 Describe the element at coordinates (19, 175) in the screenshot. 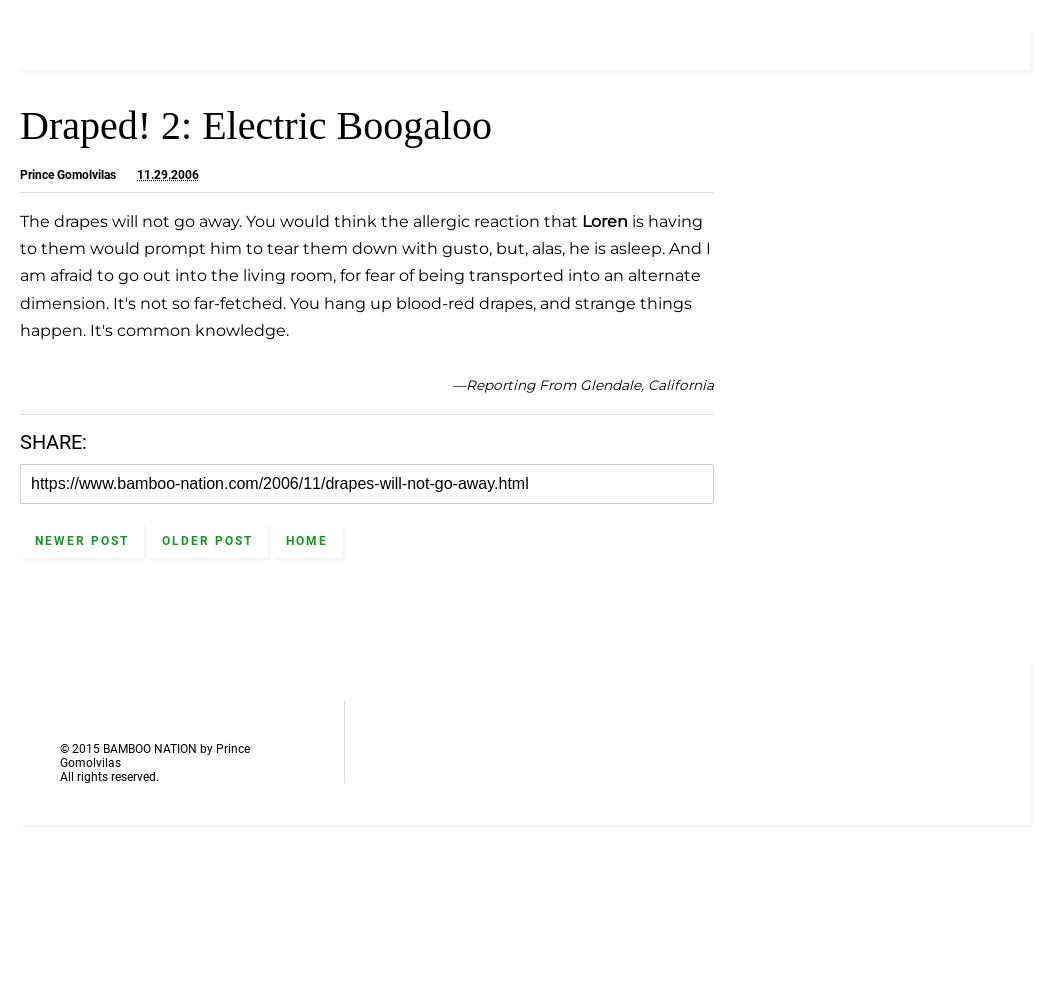

I see `'Prince Gomolvilas'` at that location.